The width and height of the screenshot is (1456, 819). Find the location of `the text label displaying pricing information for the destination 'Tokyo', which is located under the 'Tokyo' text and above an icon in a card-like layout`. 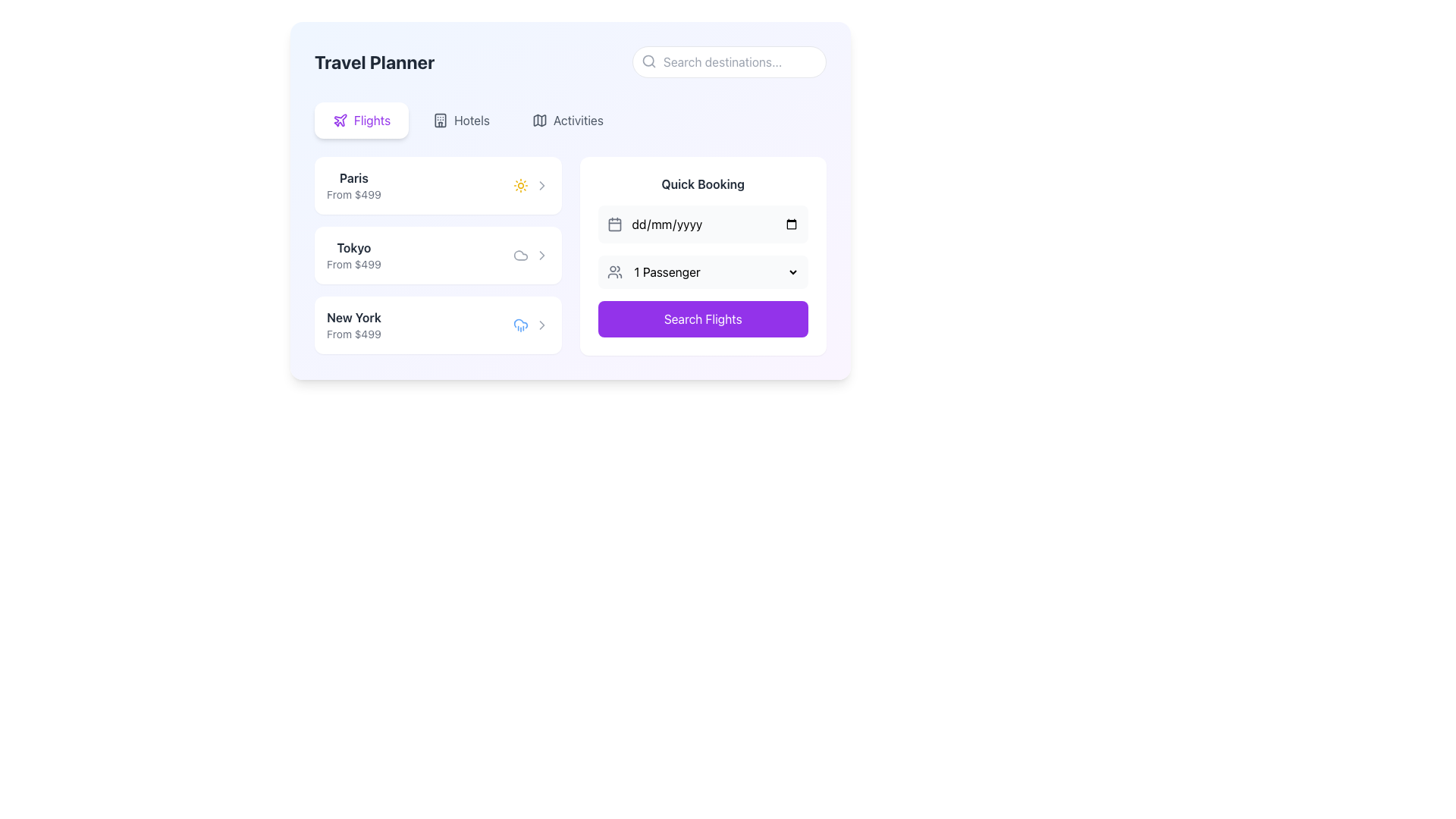

the text label displaying pricing information for the destination 'Tokyo', which is located under the 'Tokyo' text and above an icon in a card-like layout is located at coordinates (353, 263).